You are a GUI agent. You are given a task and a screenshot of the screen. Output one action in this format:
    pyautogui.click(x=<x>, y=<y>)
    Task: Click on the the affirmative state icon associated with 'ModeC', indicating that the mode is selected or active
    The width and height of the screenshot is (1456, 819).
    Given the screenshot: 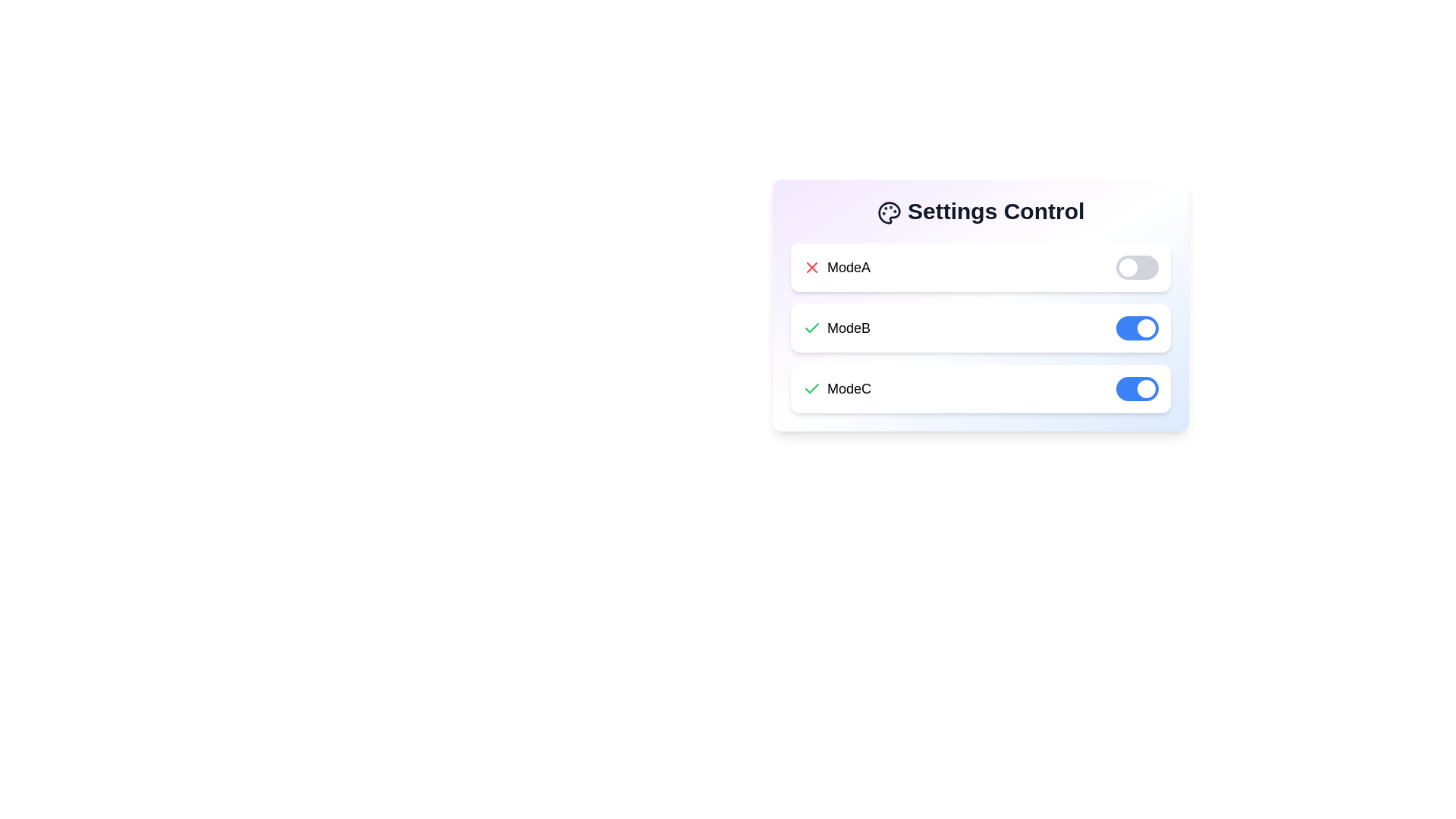 What is the action you would take?
    pyautogui.click(x=811, y=388)
    